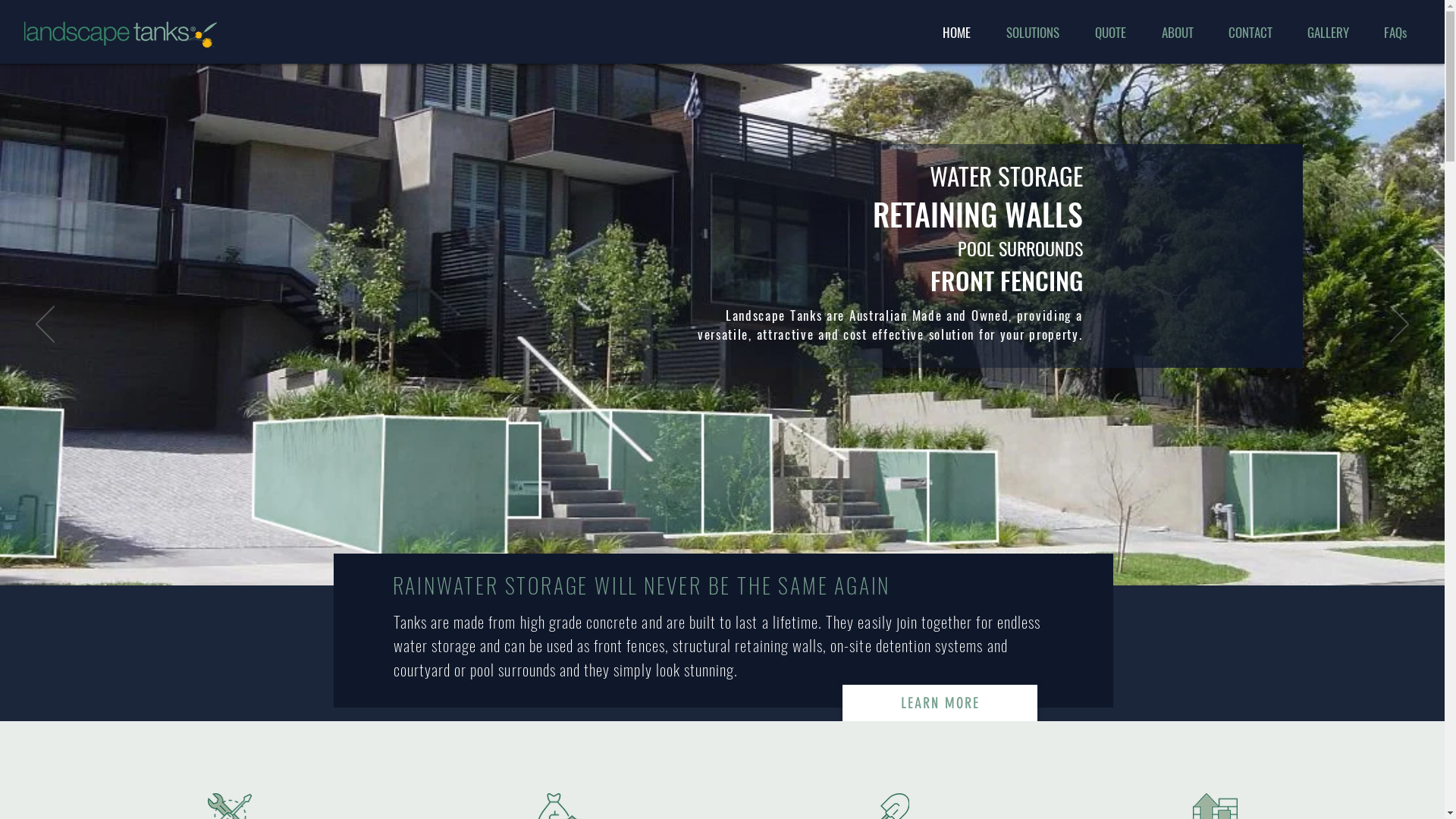 The width and height of the screenshot is (1456, 819). Describe the element at coordinates (1395, 32) in the screenshot. I see `'FAQs'` at that location.